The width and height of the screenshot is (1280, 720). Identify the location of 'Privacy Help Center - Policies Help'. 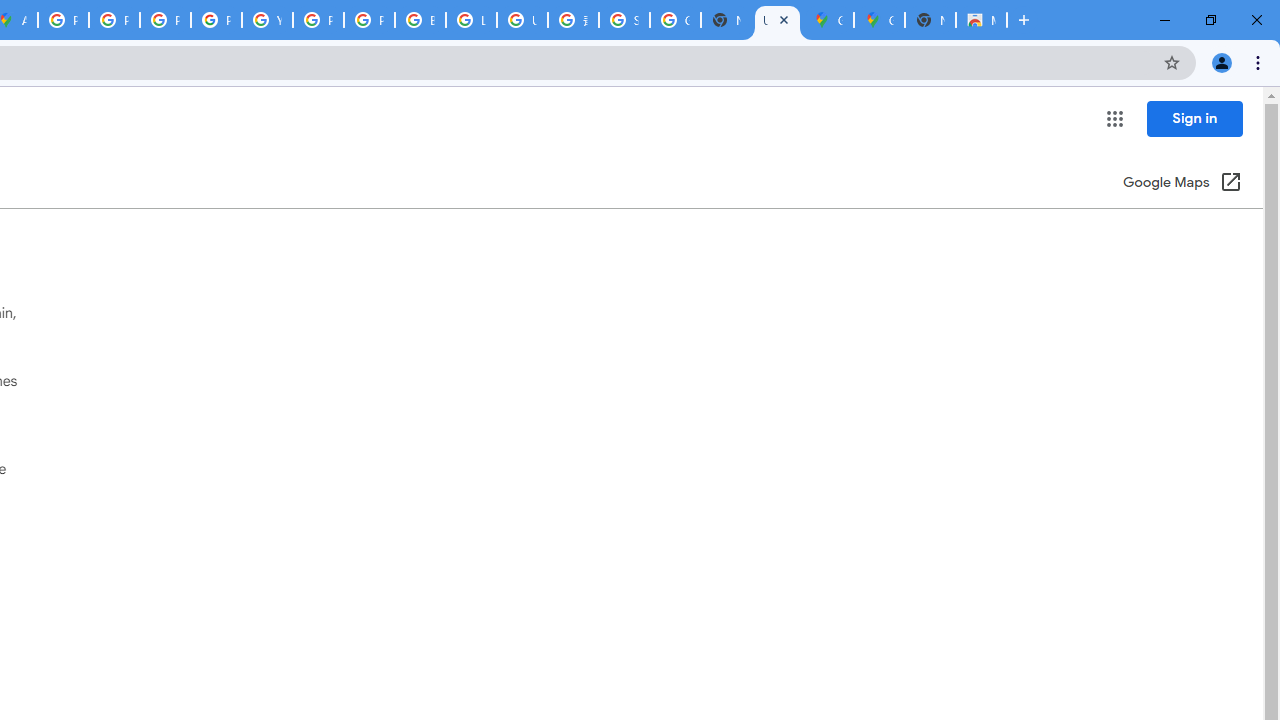
(112, 20).